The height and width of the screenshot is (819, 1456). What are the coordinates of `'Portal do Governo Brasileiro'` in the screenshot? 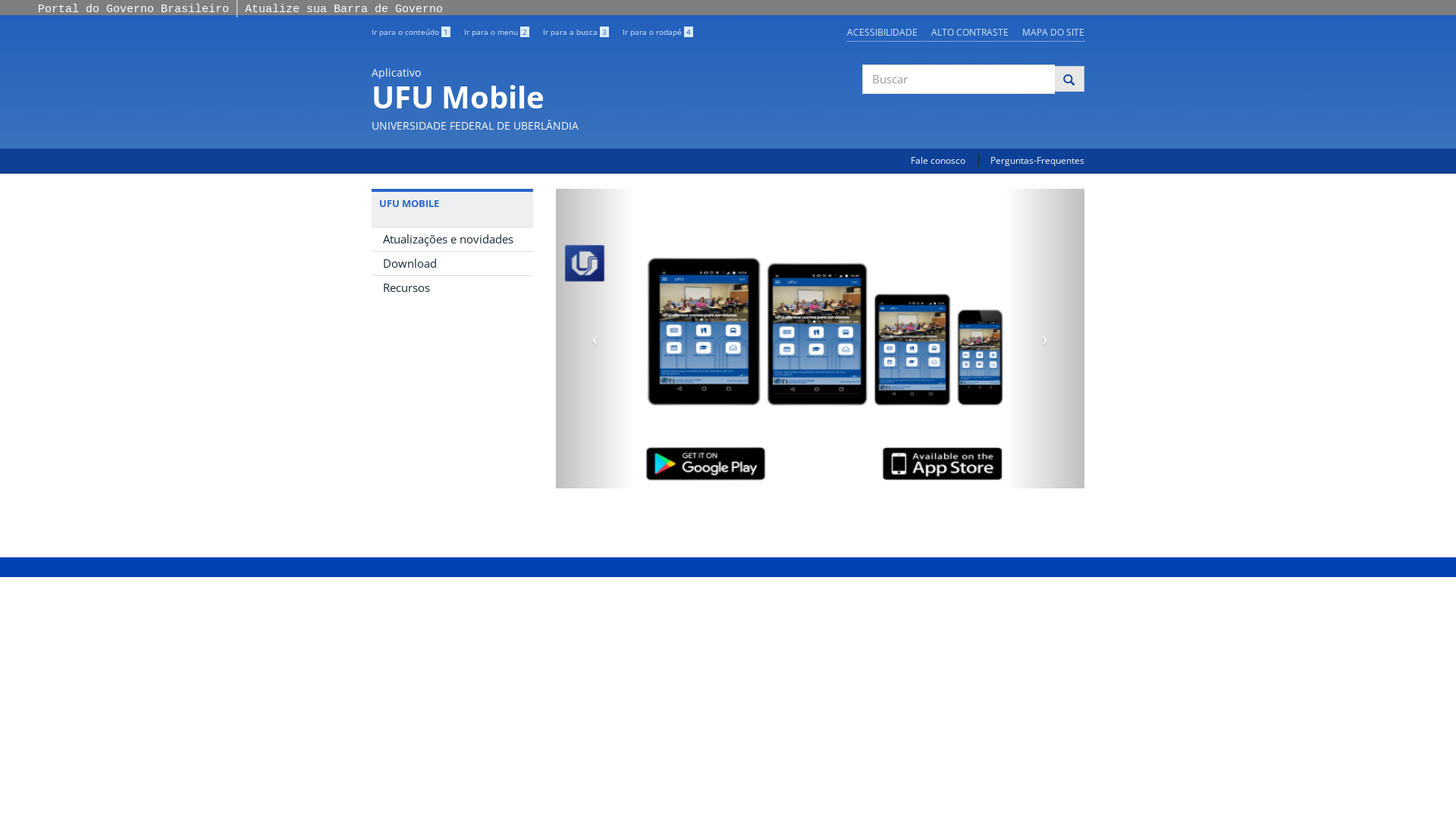 It's located at (133, 9).